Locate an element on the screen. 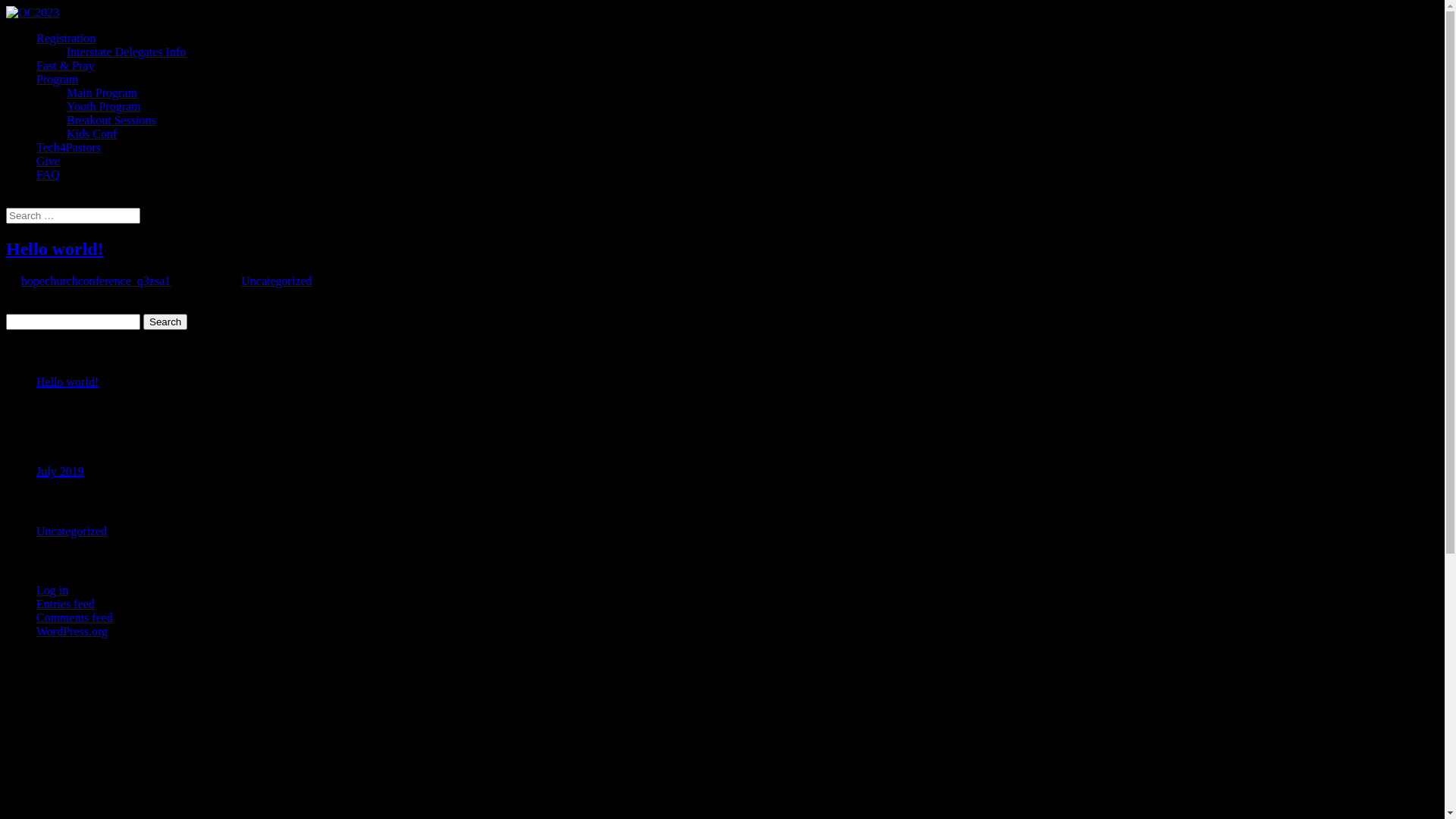 This screenshot has width=1456, height=819. 'Main Program' is located at coordinates (101, 93).